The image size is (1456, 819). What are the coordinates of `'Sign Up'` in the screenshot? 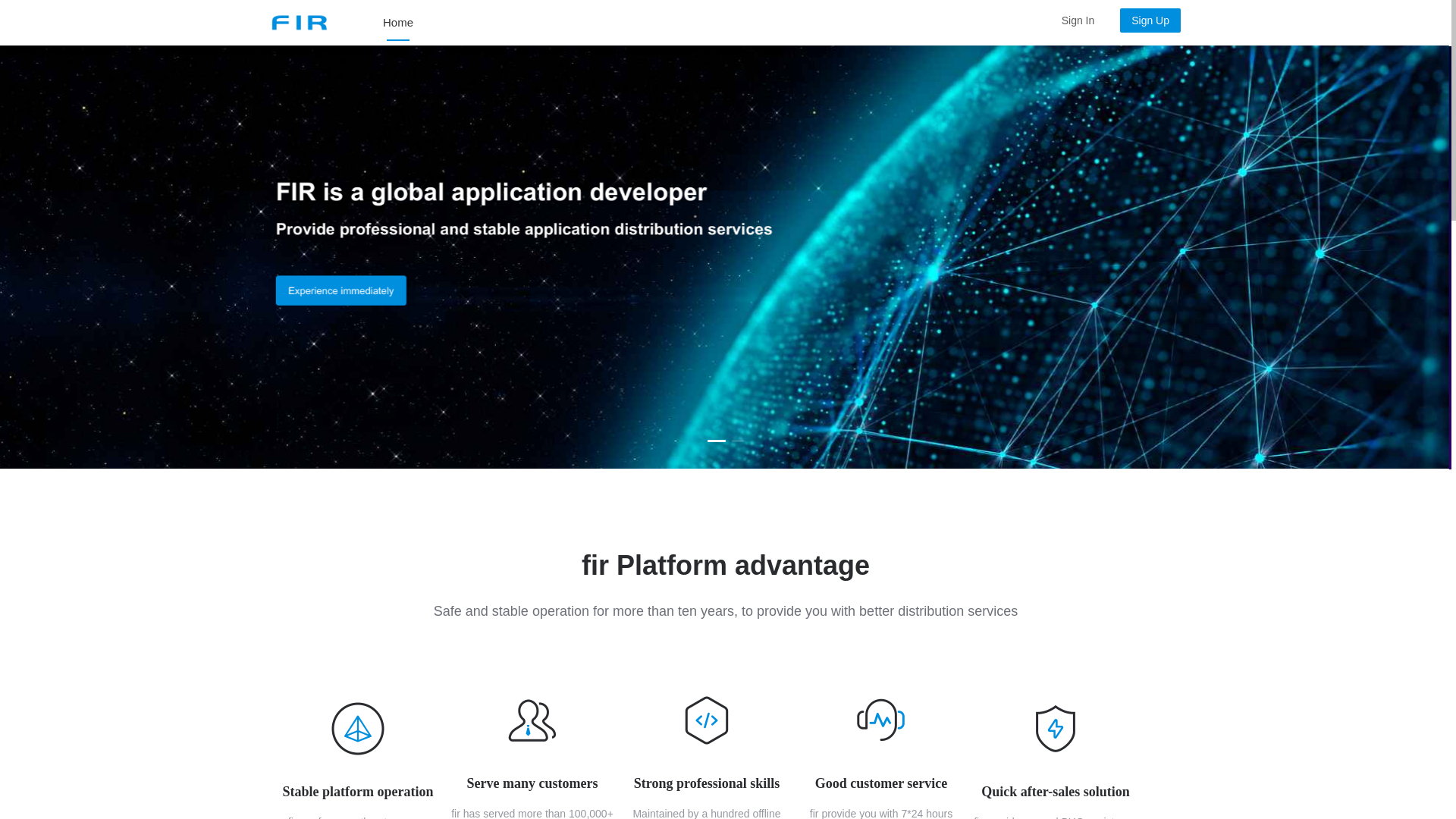 It's located at (1144, 20).